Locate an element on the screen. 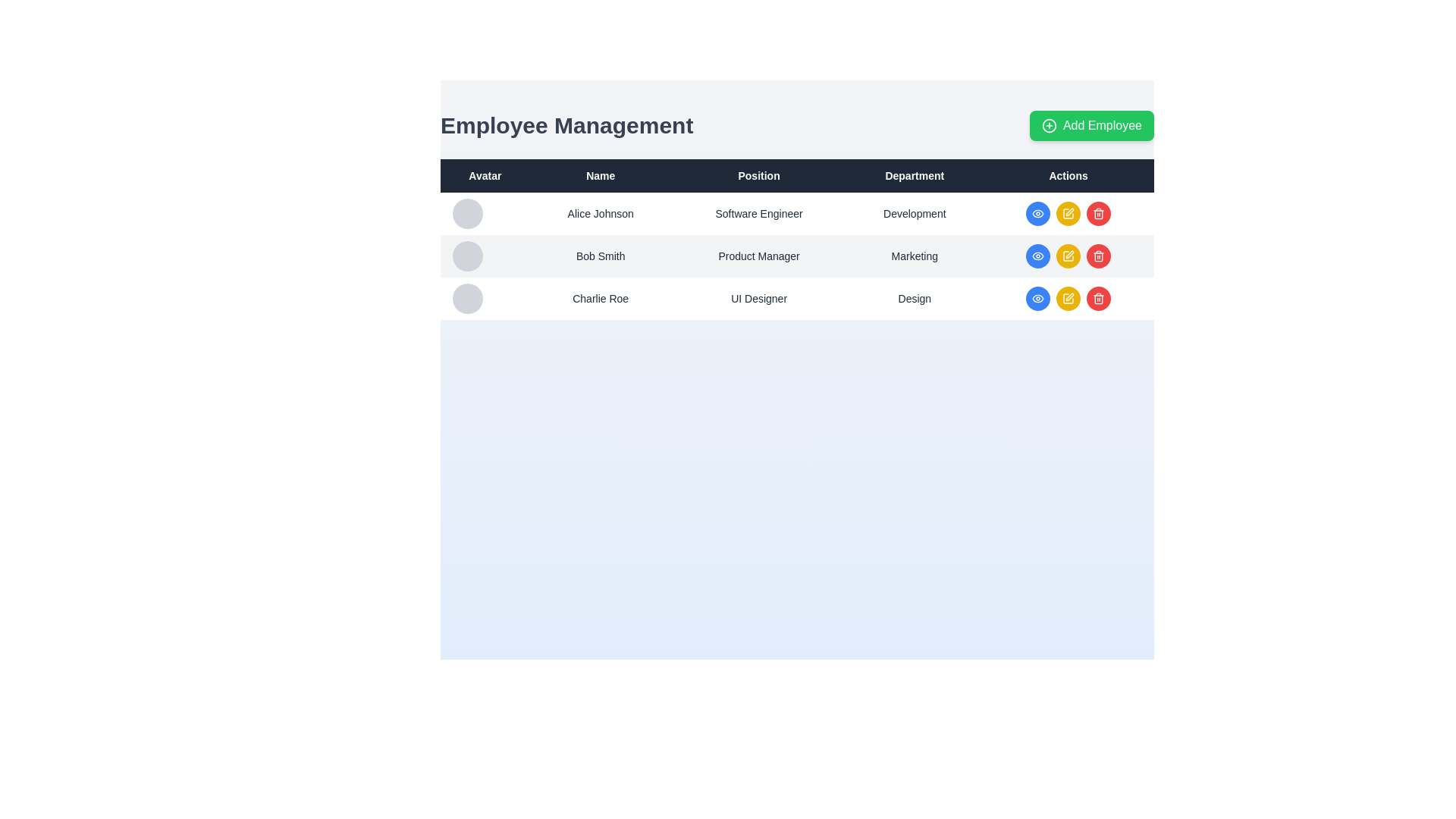 Image resolution: width=1456 pixels, height=819 pixels. the edit icon button with a pencil inside a square, located in the Actions column of the second row for 'Bob Smith' is located at coordinates (1068, 213).